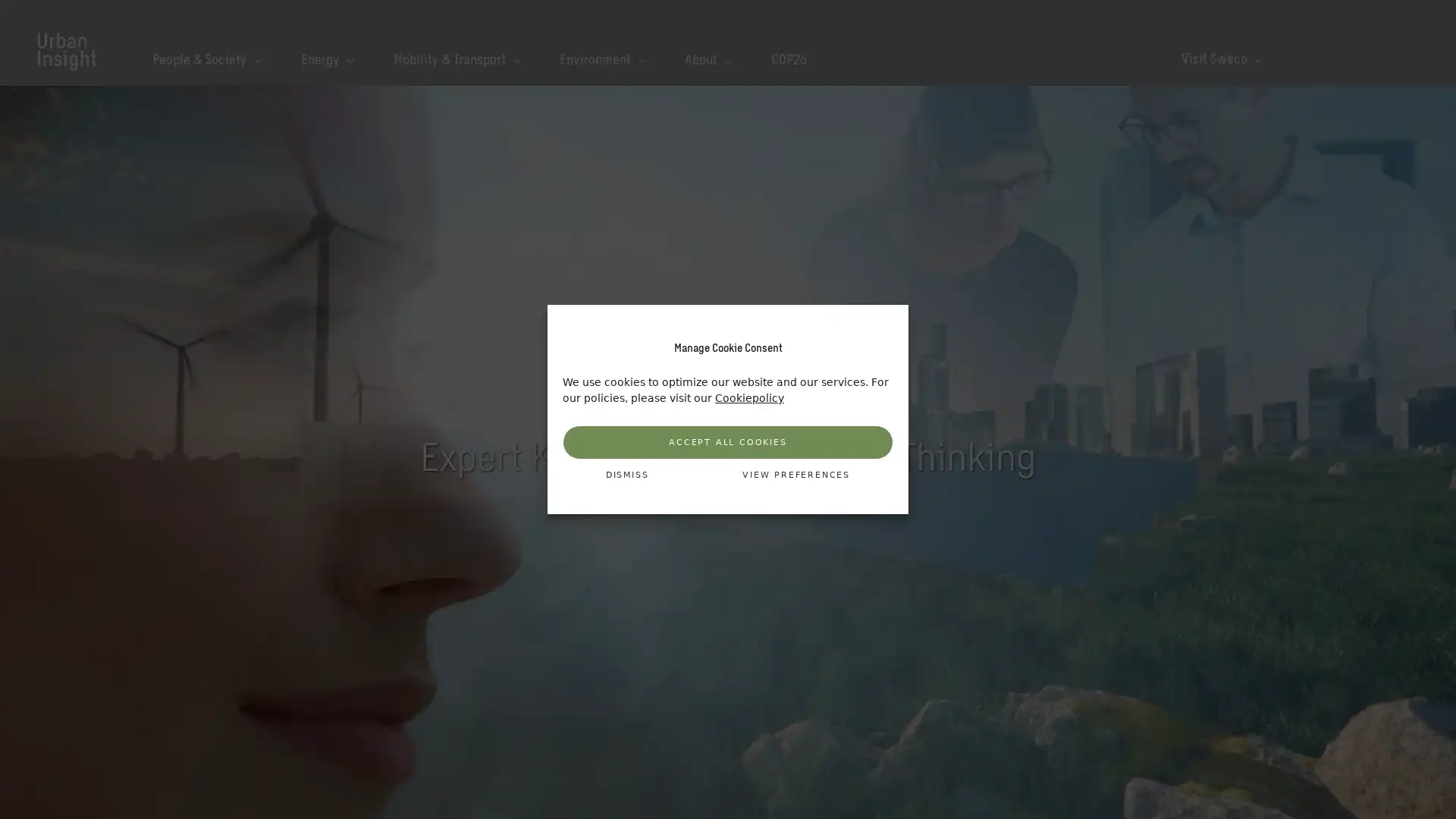 Image resolution: width=1456 pixels, height=819 pixels. I want to click on DISMISS, so click(626, 475).